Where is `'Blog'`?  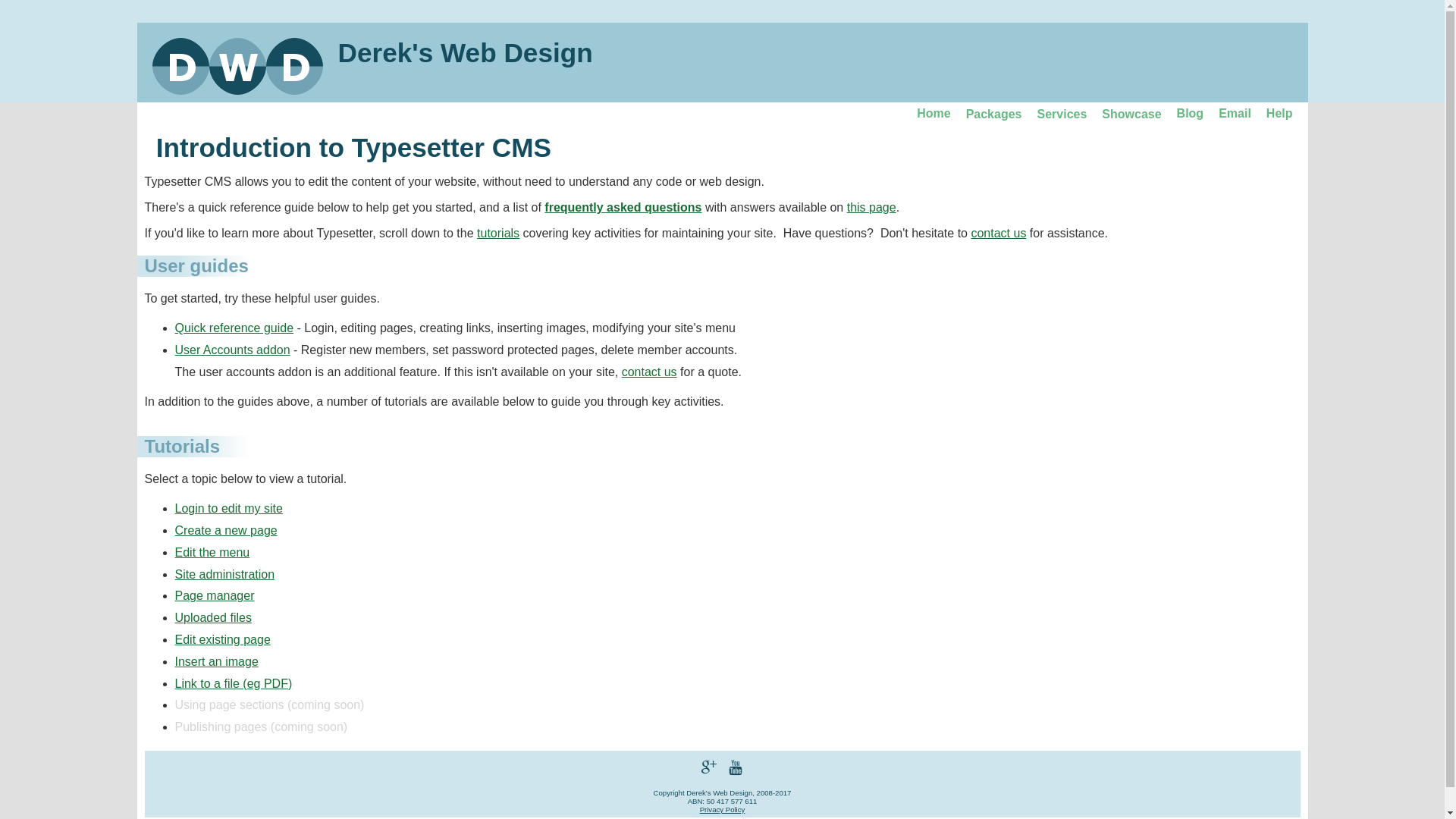 'Blog' is located at coordinates (1189, 113).